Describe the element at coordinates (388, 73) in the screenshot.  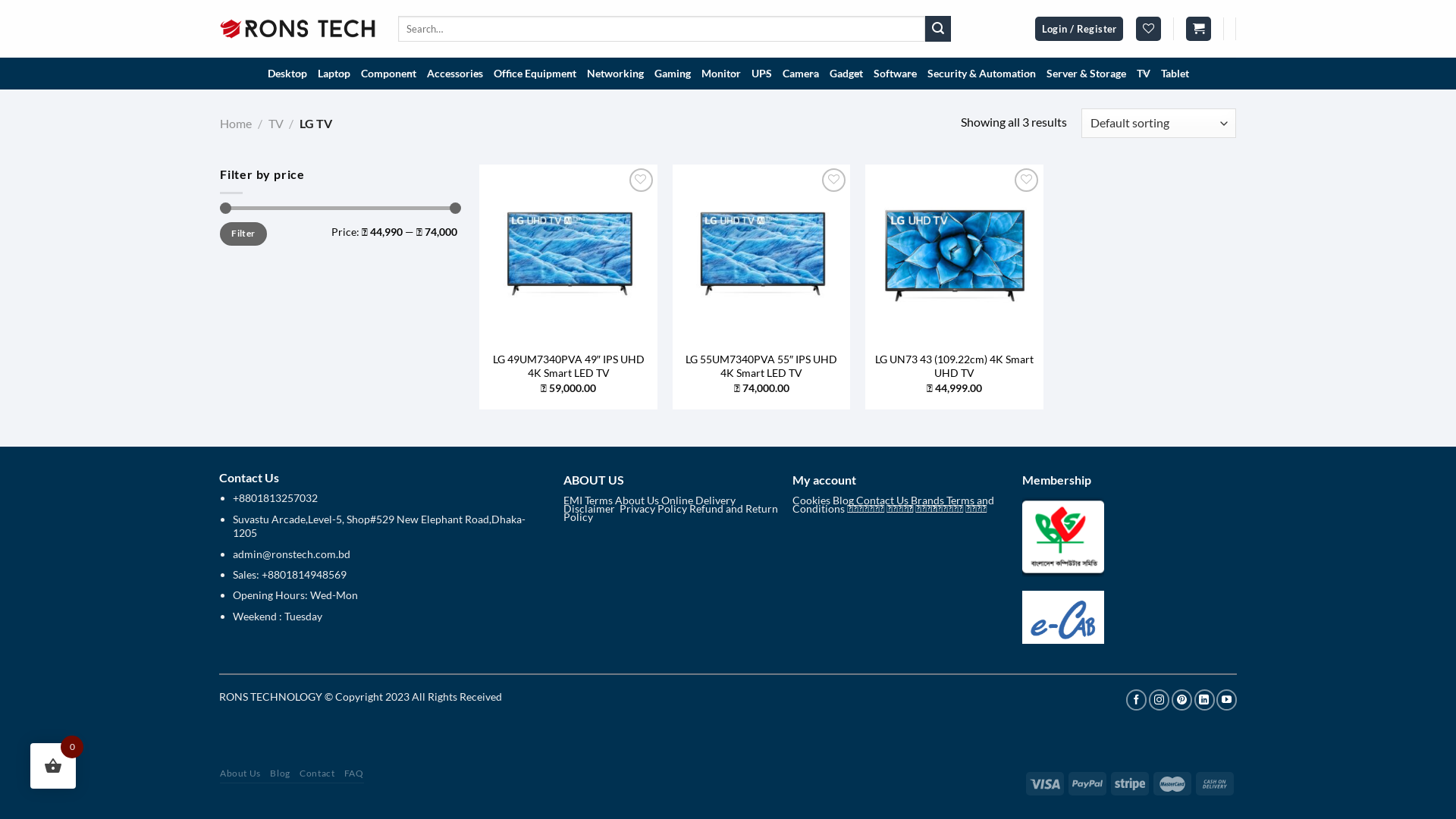
I see `'Component'` at that location.